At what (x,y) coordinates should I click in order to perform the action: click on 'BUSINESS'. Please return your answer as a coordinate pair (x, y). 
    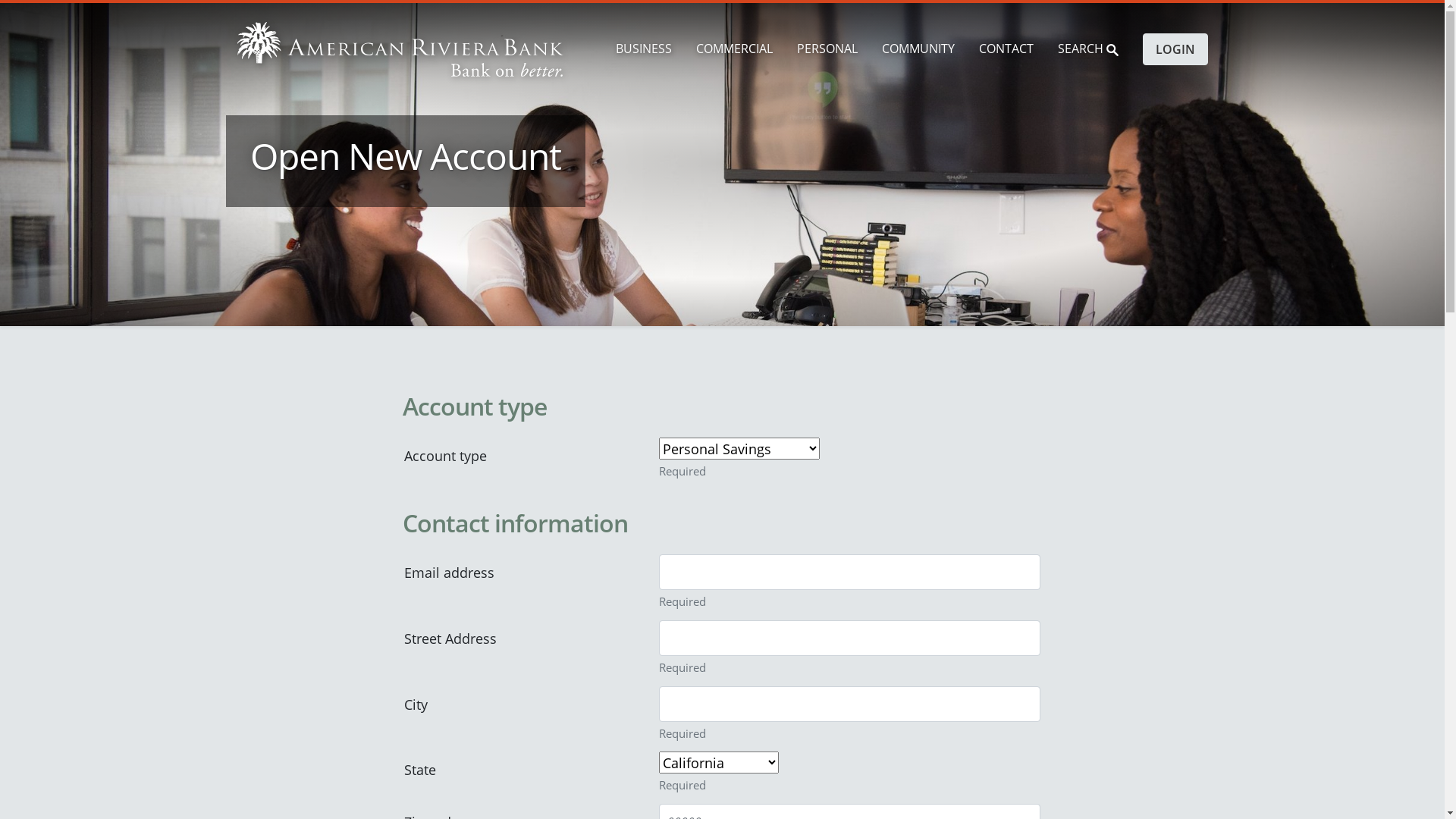
    Looking at the image, I should click on (644, 48).